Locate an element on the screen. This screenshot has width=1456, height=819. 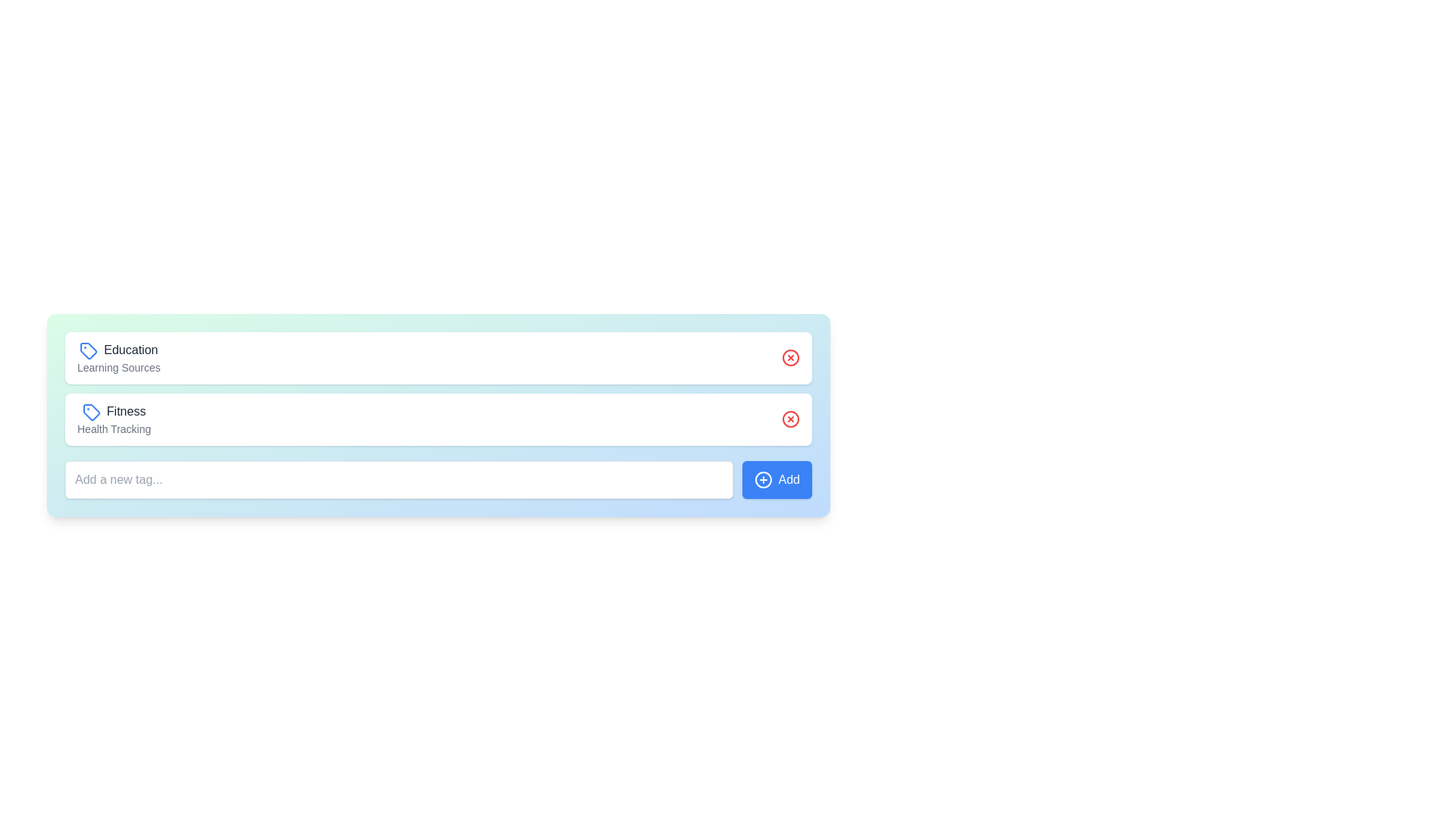
the blue tag-shaped icon with a small dot inside, located to the left of the text 'Fitness' is located at coordinates (90, 412).